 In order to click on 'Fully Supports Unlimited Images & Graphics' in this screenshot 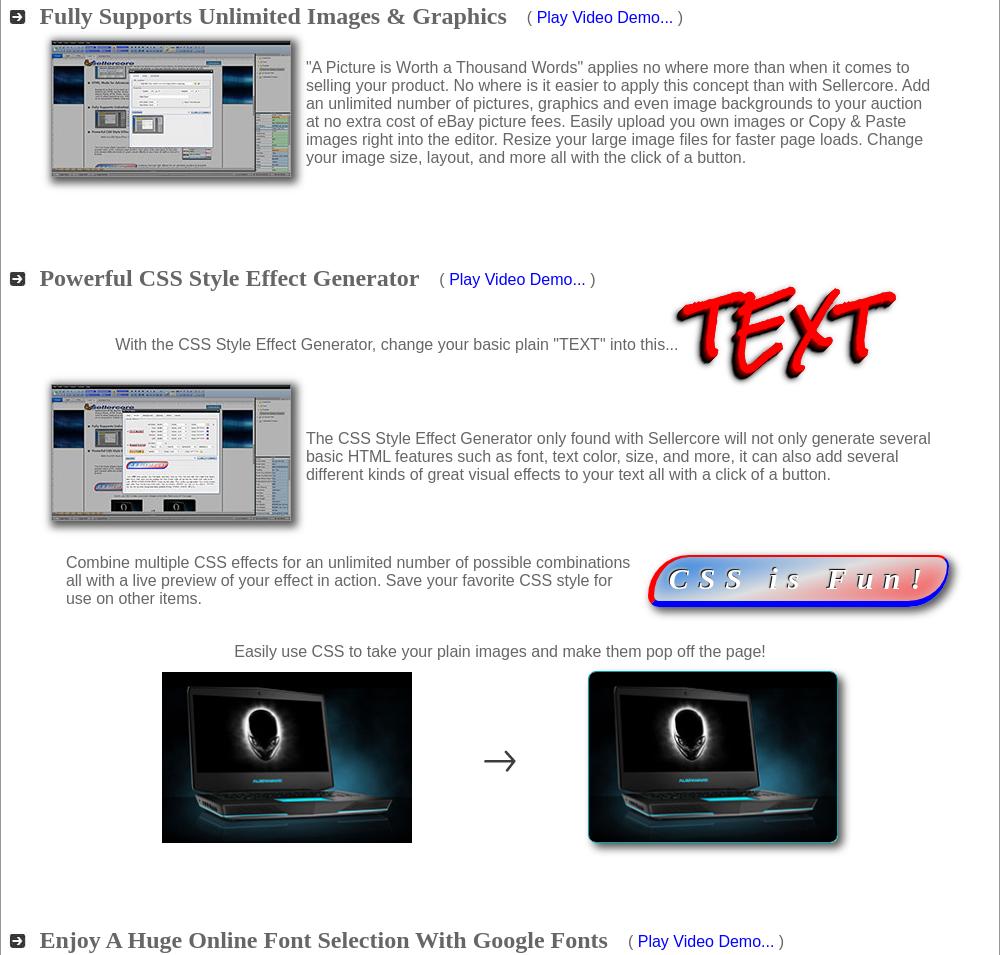, I will do `click(272, 15)`.